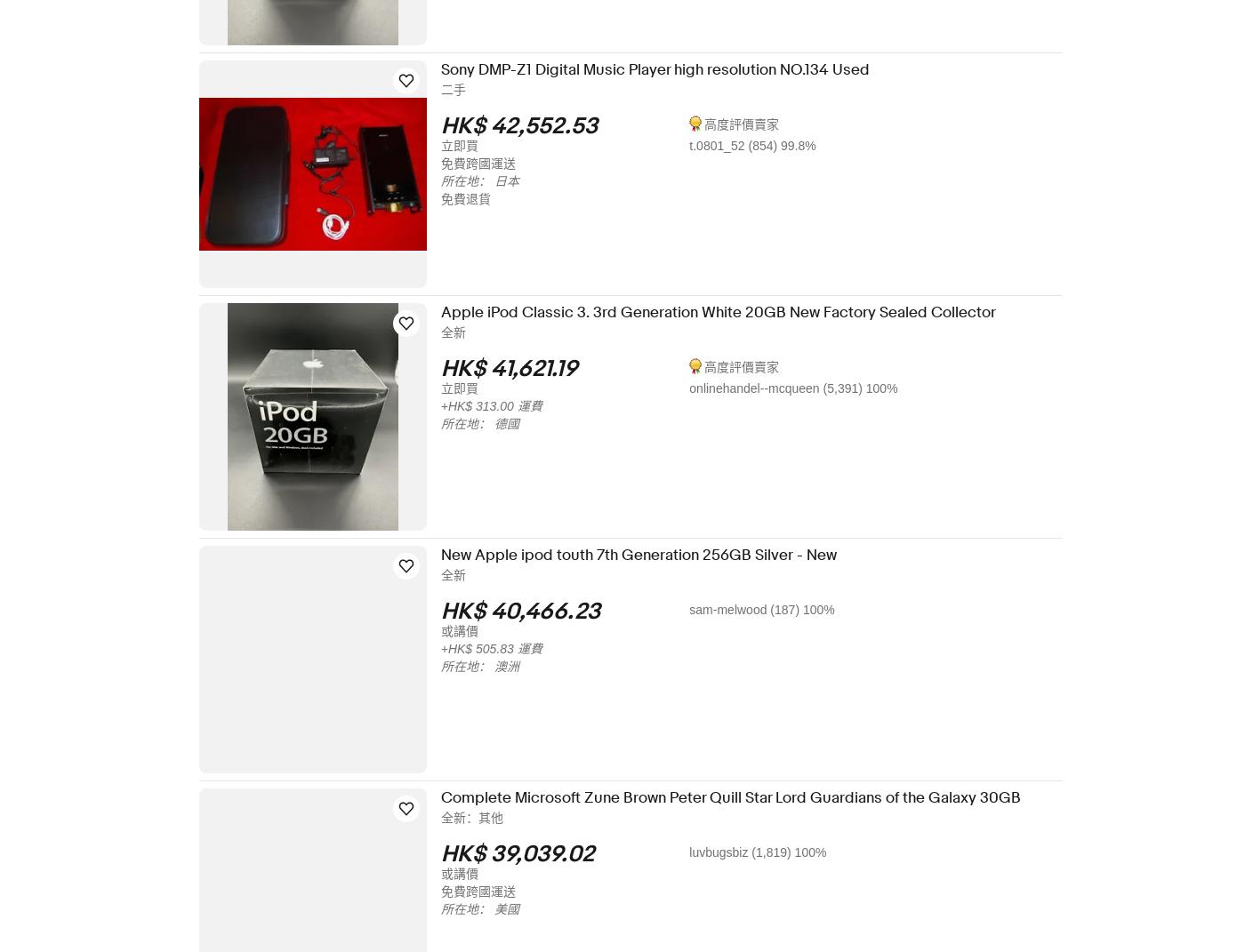 This screenshot has height=952, width=1245. What do you see at coordinates (530, 126) in the screenshot?
I see `'HK$ 42,552.53'` at bounding box center [530, 126].